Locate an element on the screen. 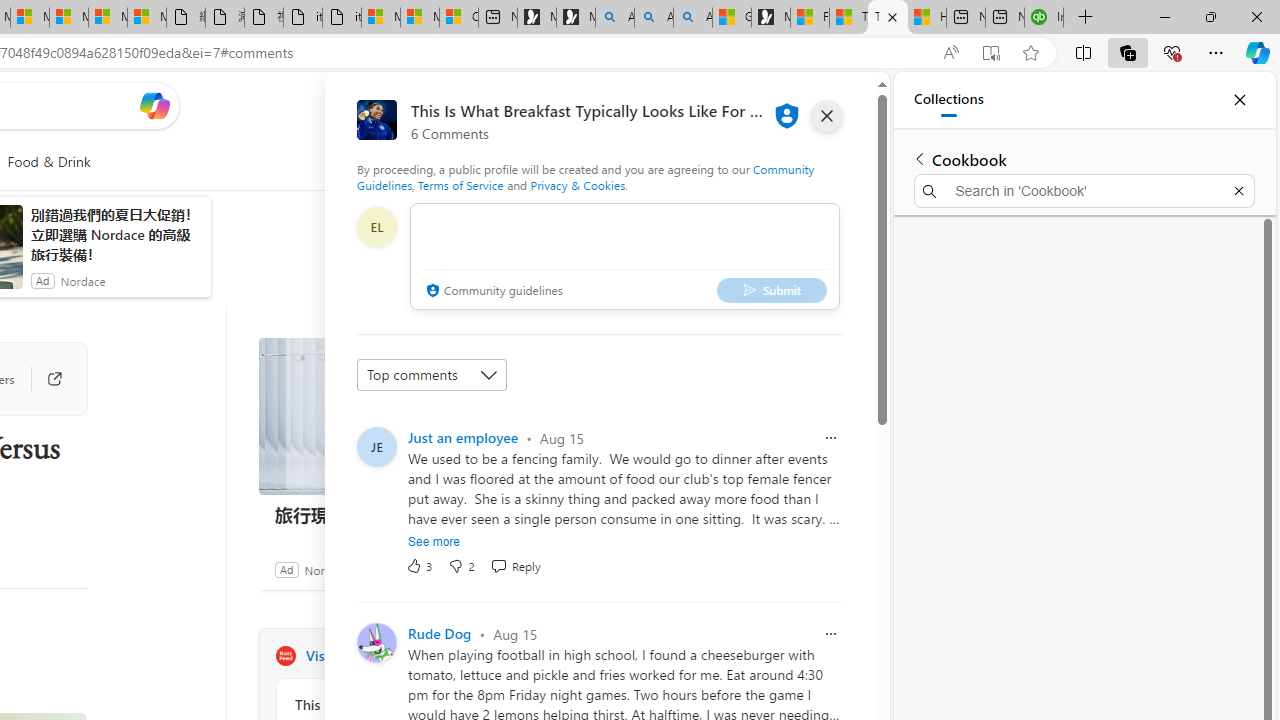  'Community guidelines' is located at coordinates (492, 291).